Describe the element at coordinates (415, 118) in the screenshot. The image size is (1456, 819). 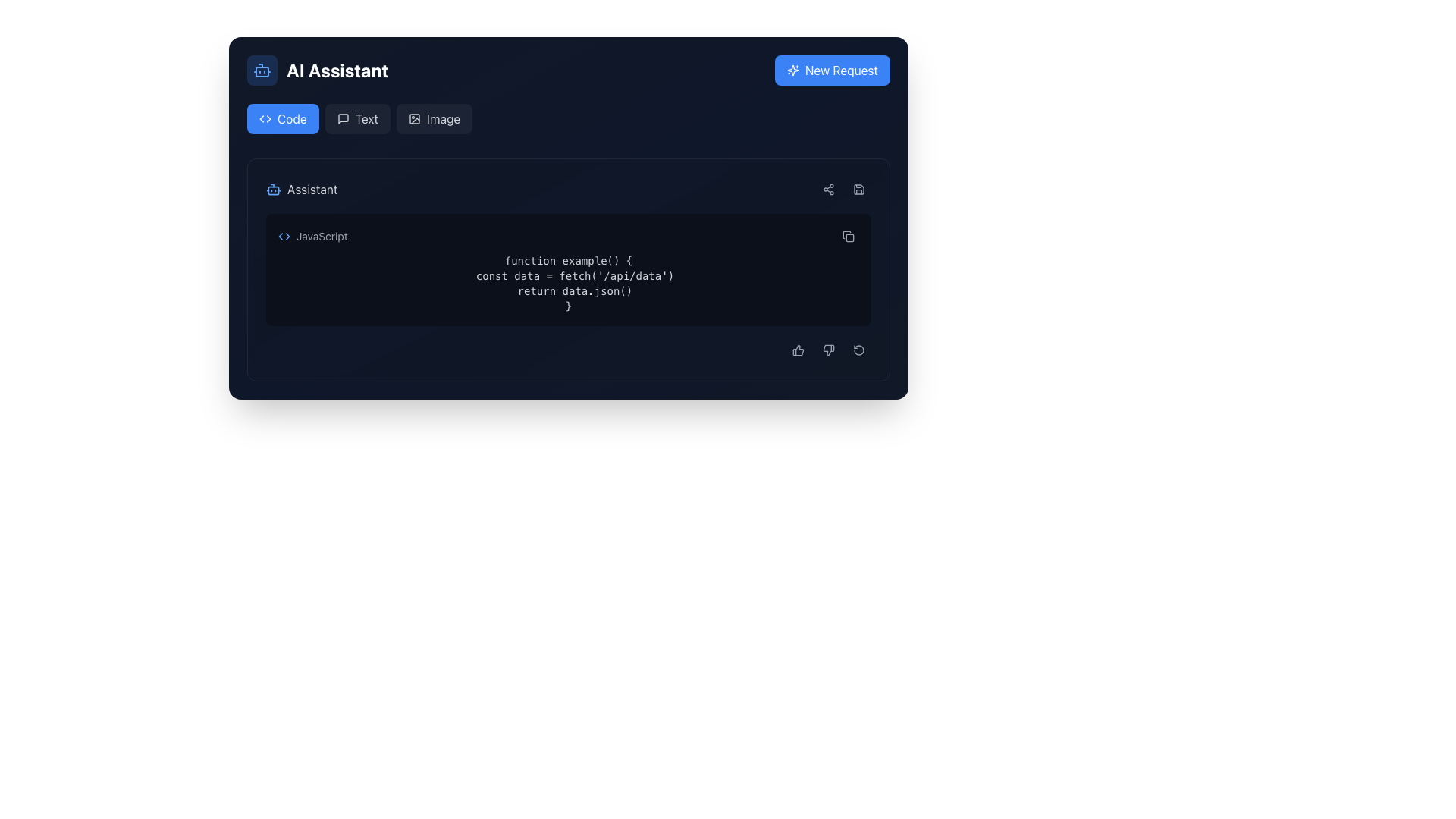
I see `the decorative icon representing an image, which is part of the button labeled 'Image', located in the middle-right part of the interface` at that location.